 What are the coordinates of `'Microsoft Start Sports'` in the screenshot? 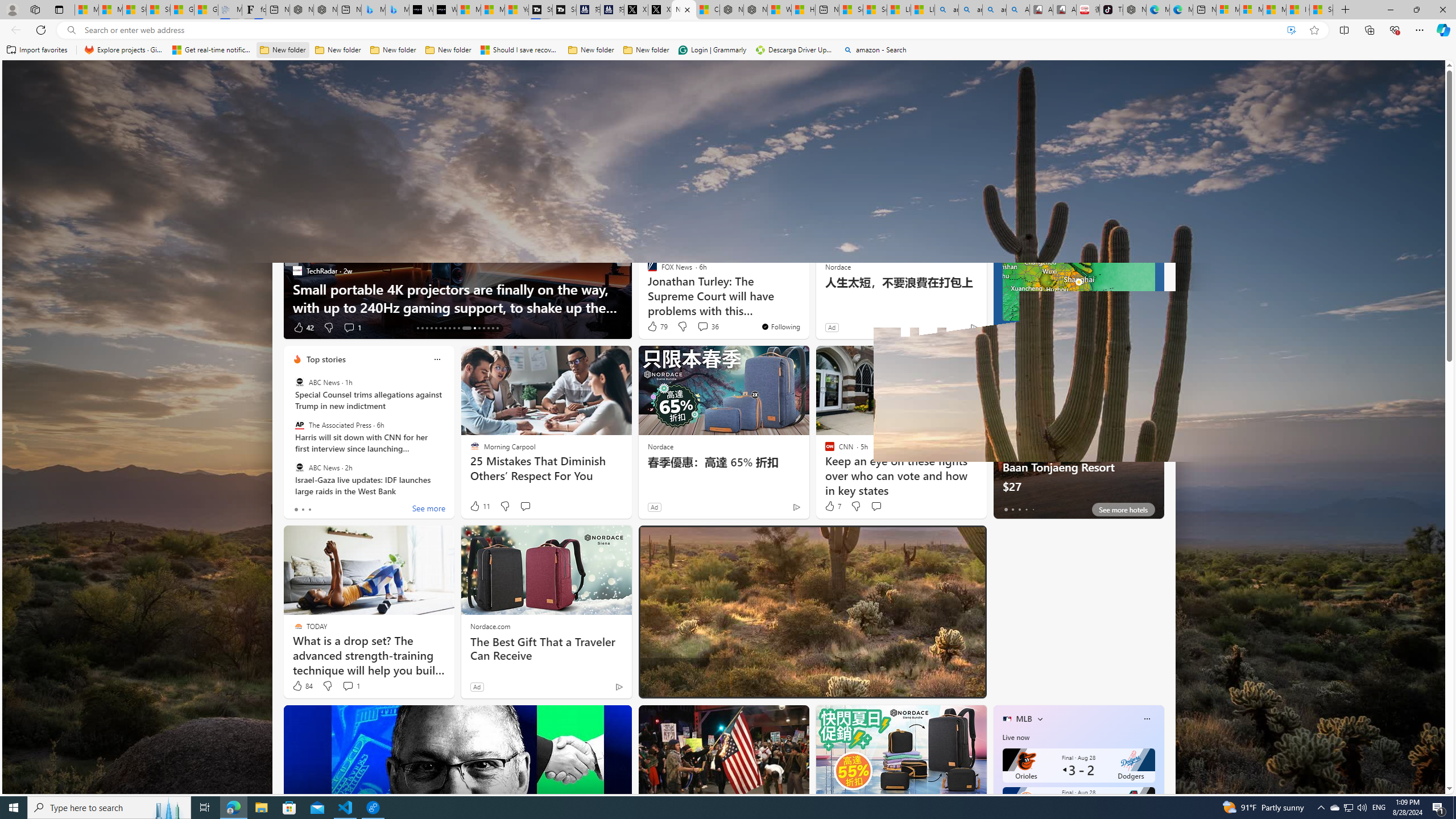 It's located at (469, 9).